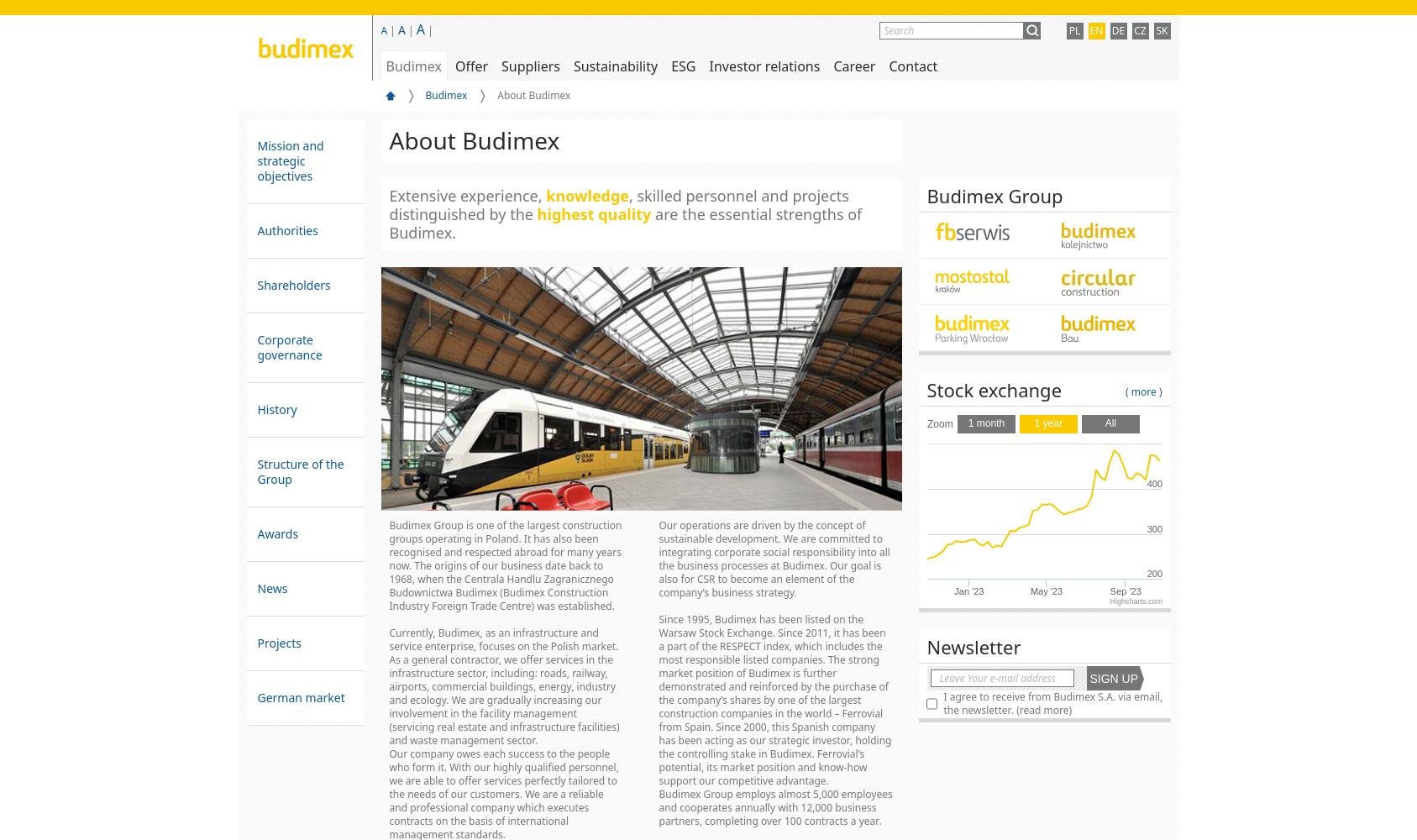 The image size is (1417, 840). What do you see at coordinates (276, 408) in the screenshot?
I see `'History'` at bounding box center [276, 408].